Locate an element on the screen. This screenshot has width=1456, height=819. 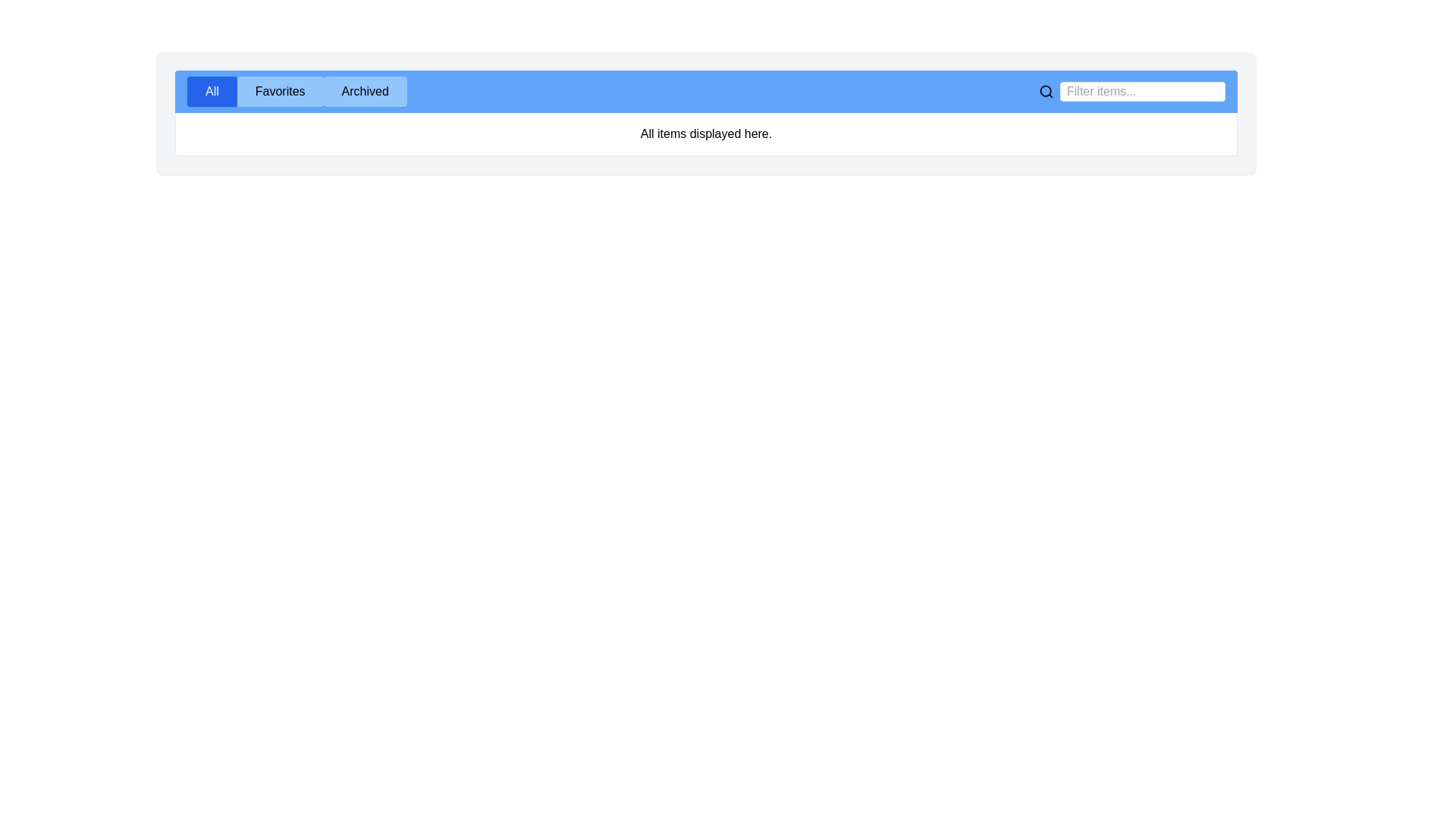
the Archived tab from the navigation is located at coordinates (364, 91).